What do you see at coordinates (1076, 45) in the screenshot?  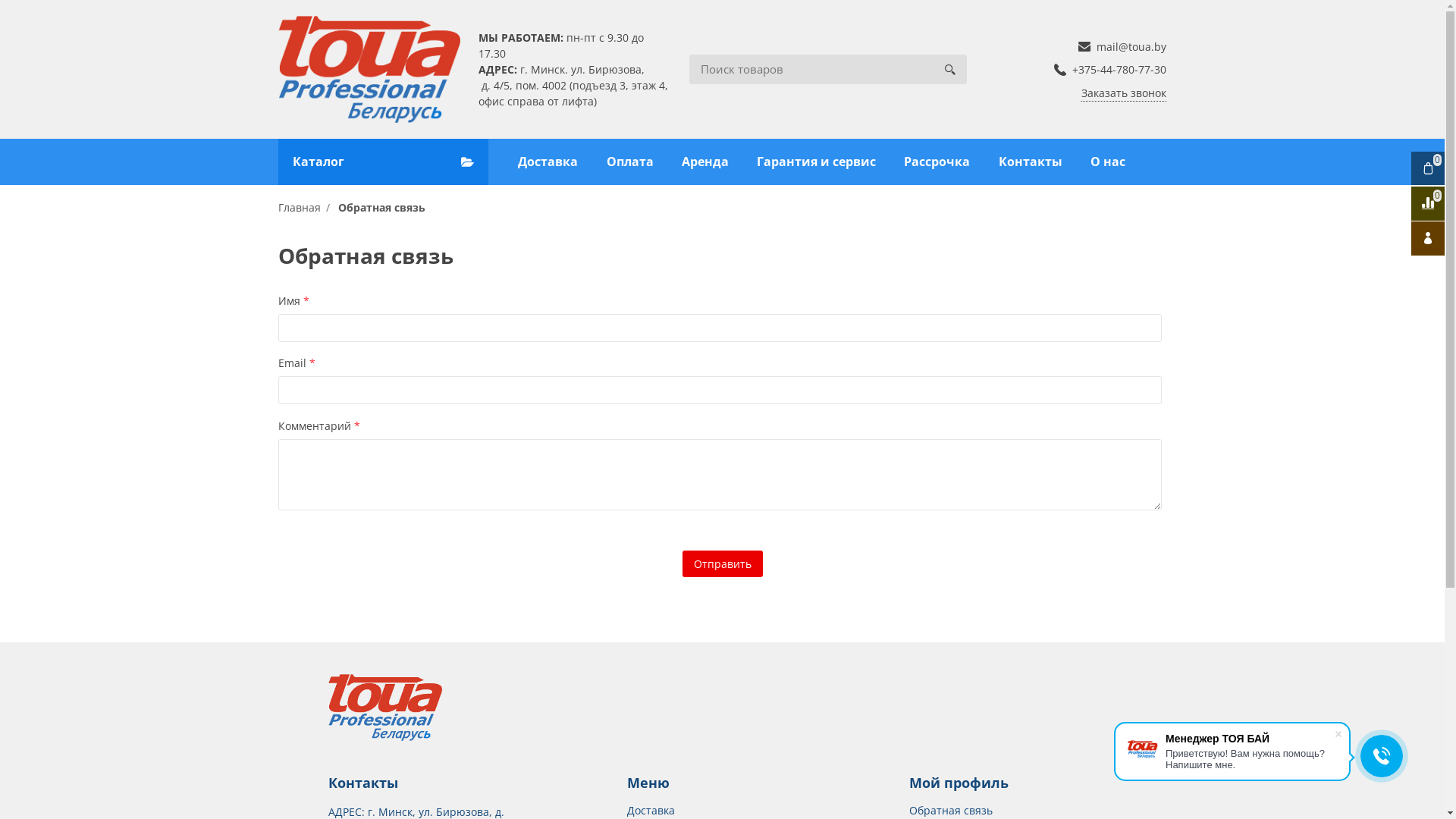 I see `'mail@toua.by'` at bounding box center [1076, 45].